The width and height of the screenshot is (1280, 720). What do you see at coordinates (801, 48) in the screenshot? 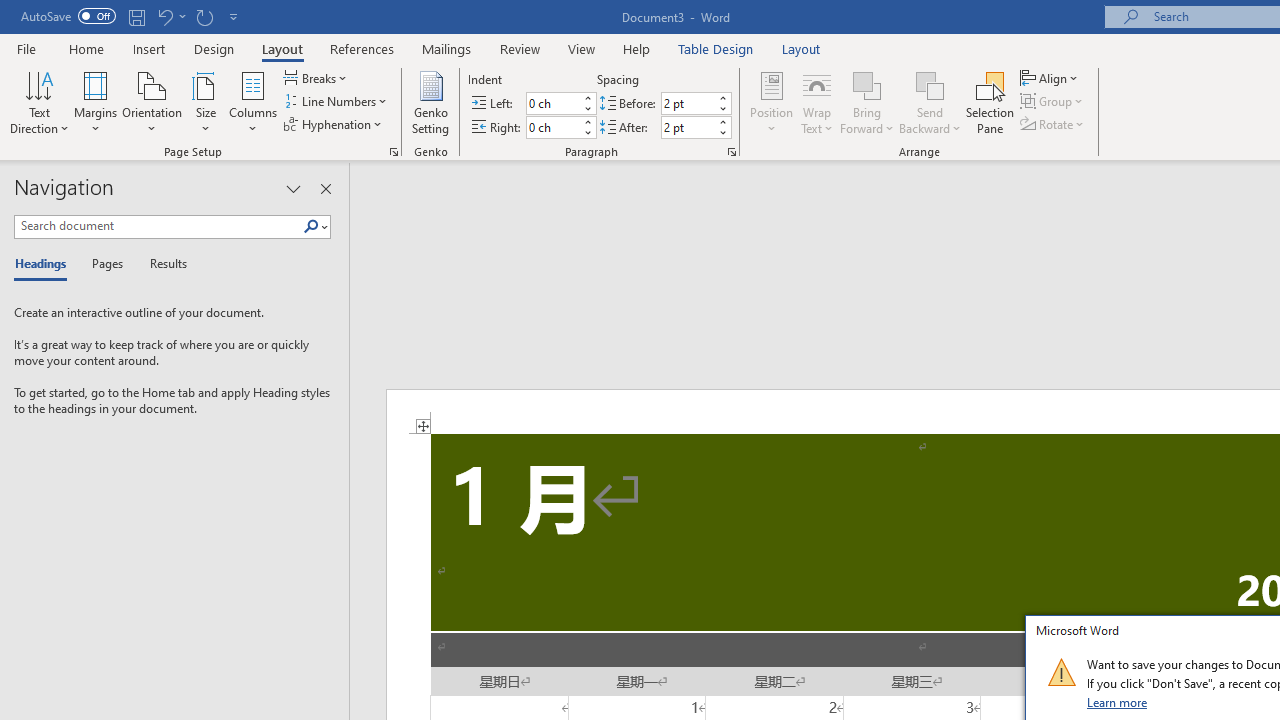
I see `'Layout'` at bounding box center [801, 48].